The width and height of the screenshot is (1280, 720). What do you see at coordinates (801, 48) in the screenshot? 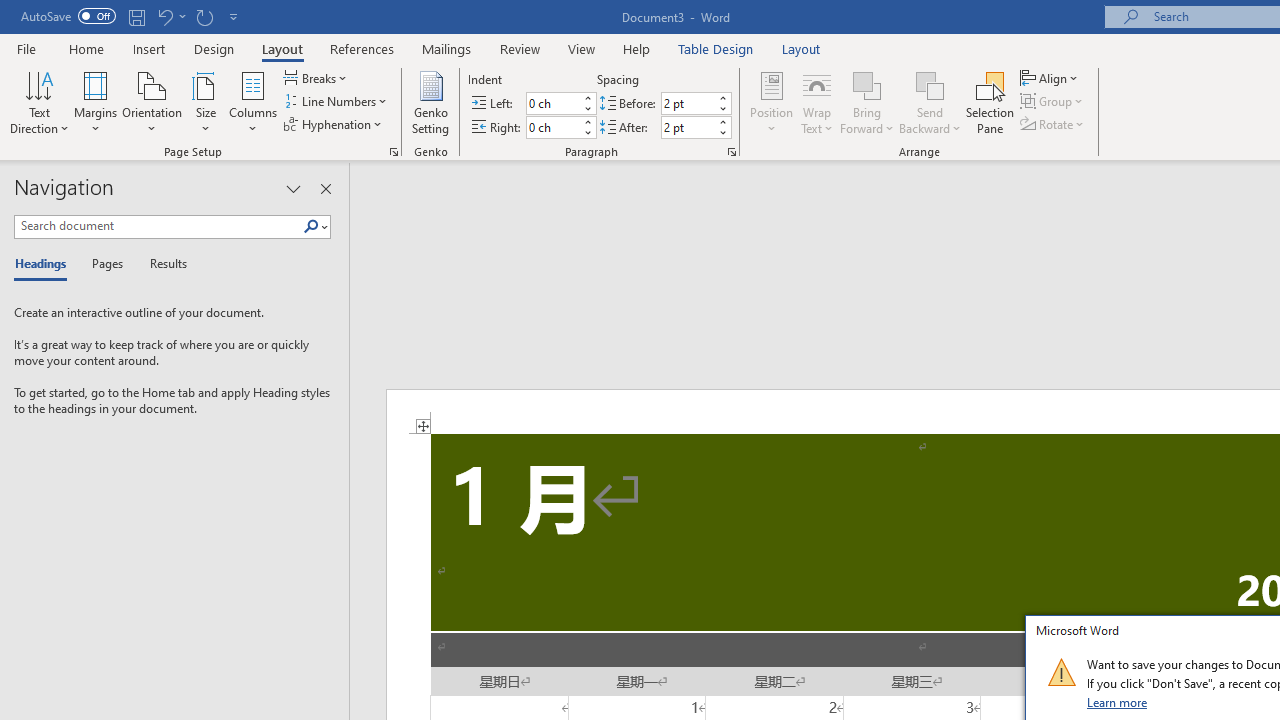
I see `'Layout'` at bounding box center [801, 48].